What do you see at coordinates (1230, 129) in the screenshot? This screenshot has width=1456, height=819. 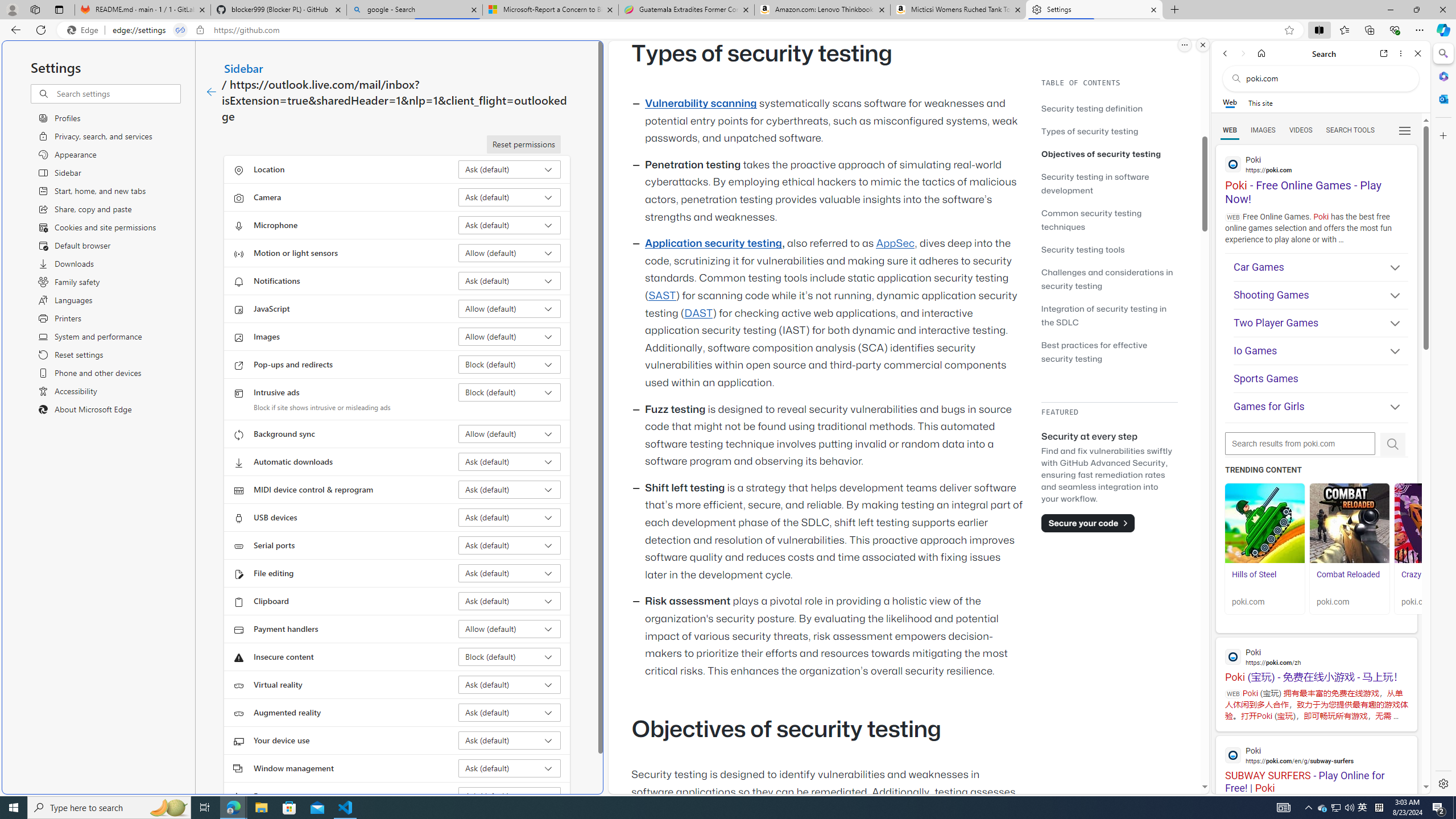 I see `'Search Filter, WEB'` at bounding box center [1230, 129].